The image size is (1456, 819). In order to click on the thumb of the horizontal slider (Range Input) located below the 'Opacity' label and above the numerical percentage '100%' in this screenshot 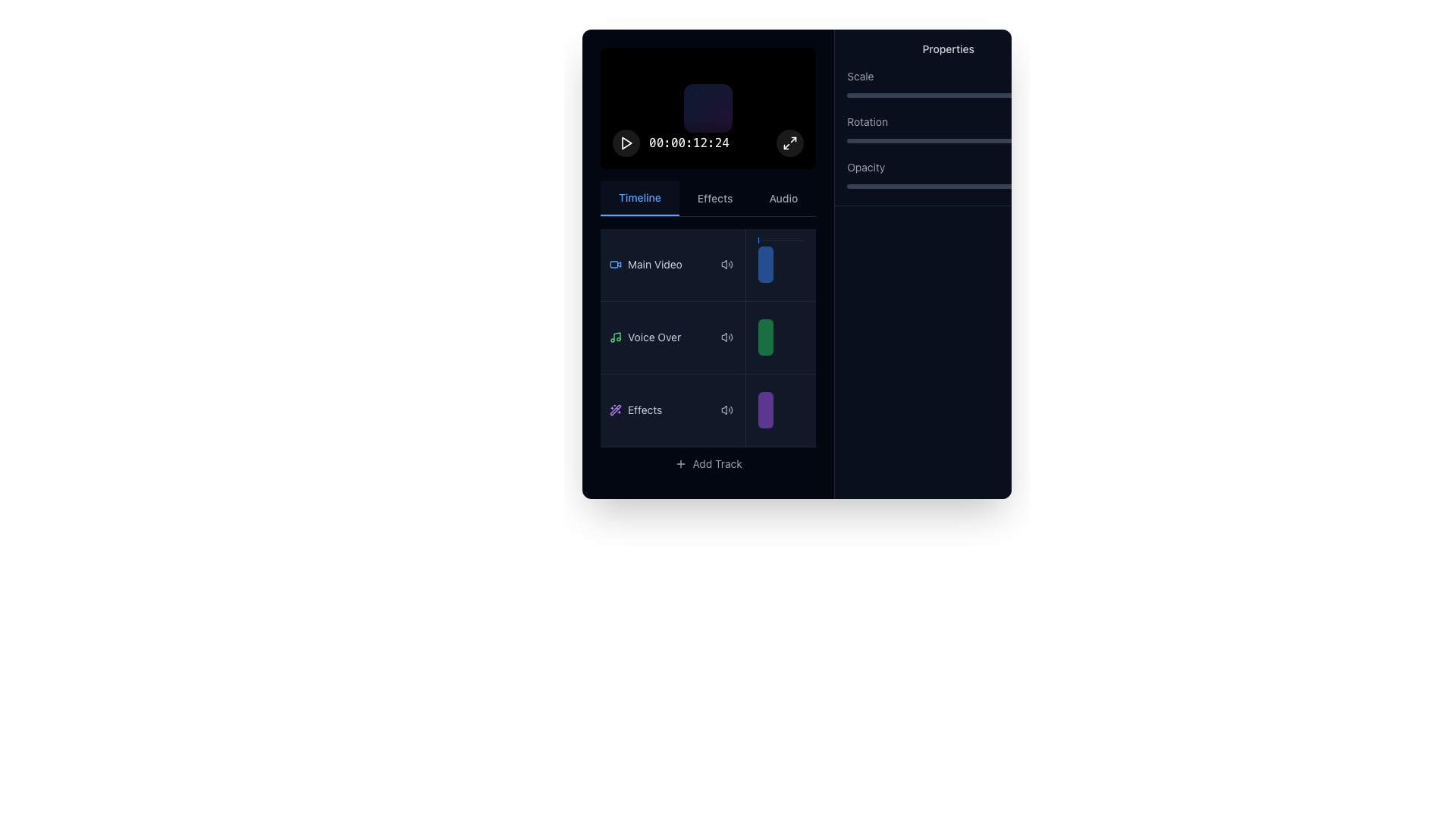, I will do `click(947, 186)`.